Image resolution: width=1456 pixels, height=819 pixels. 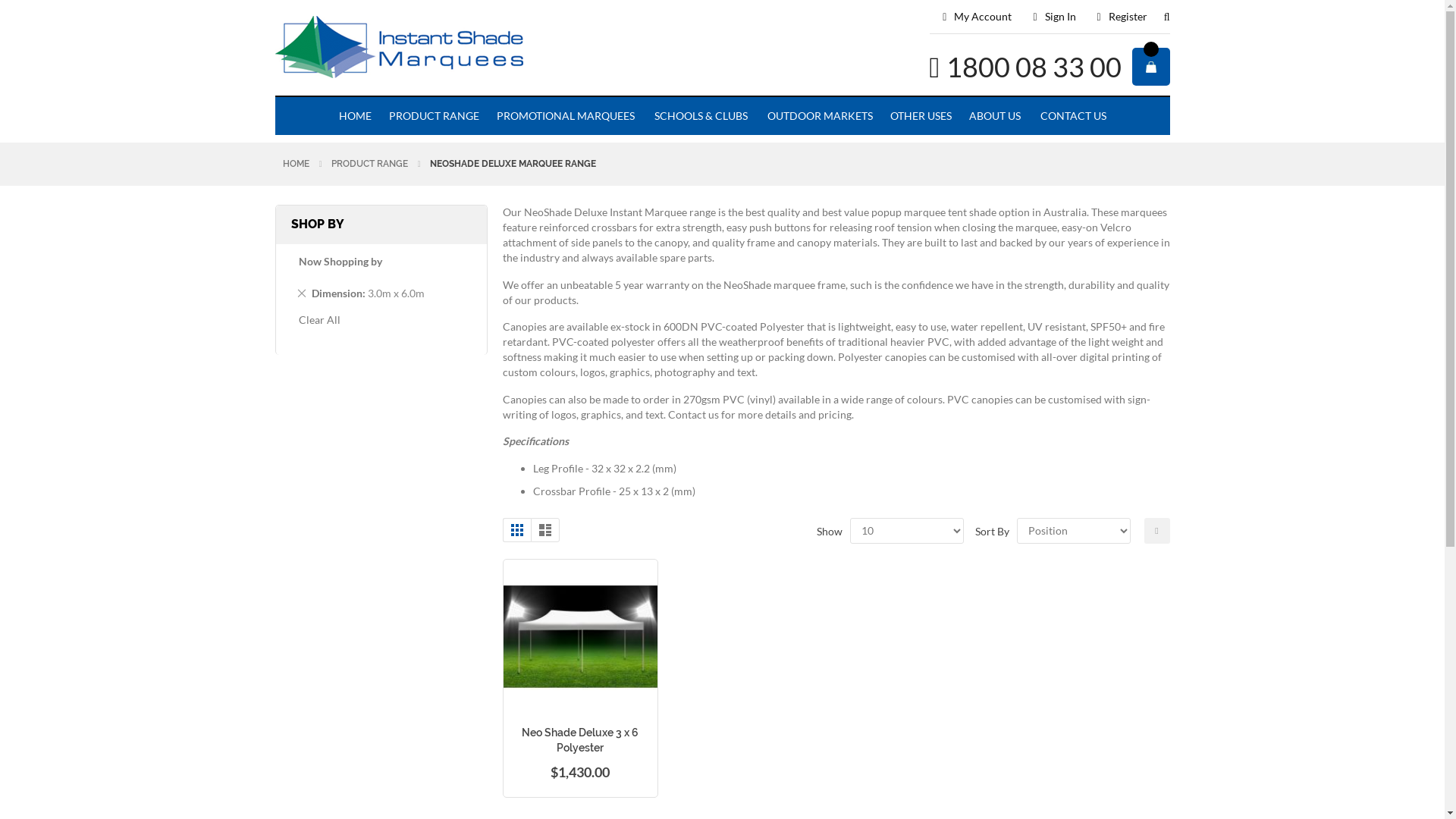 What do you see at coordinates (977, 17) in the screenshot?
I see `'My Account'` at bounding box center [977, 17].